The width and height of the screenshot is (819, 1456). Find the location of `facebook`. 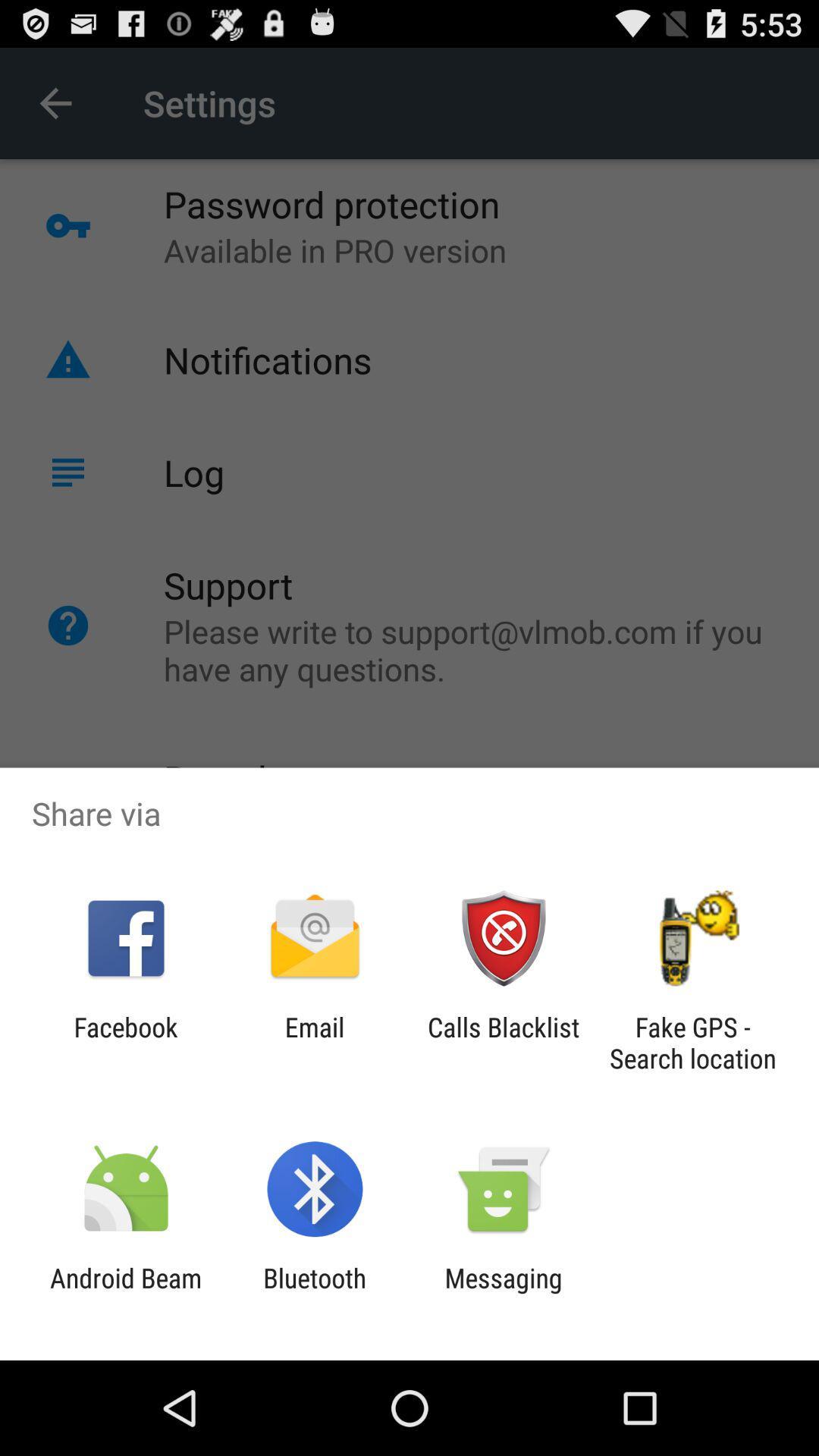

facebook is located at coordinates (125, 1042).